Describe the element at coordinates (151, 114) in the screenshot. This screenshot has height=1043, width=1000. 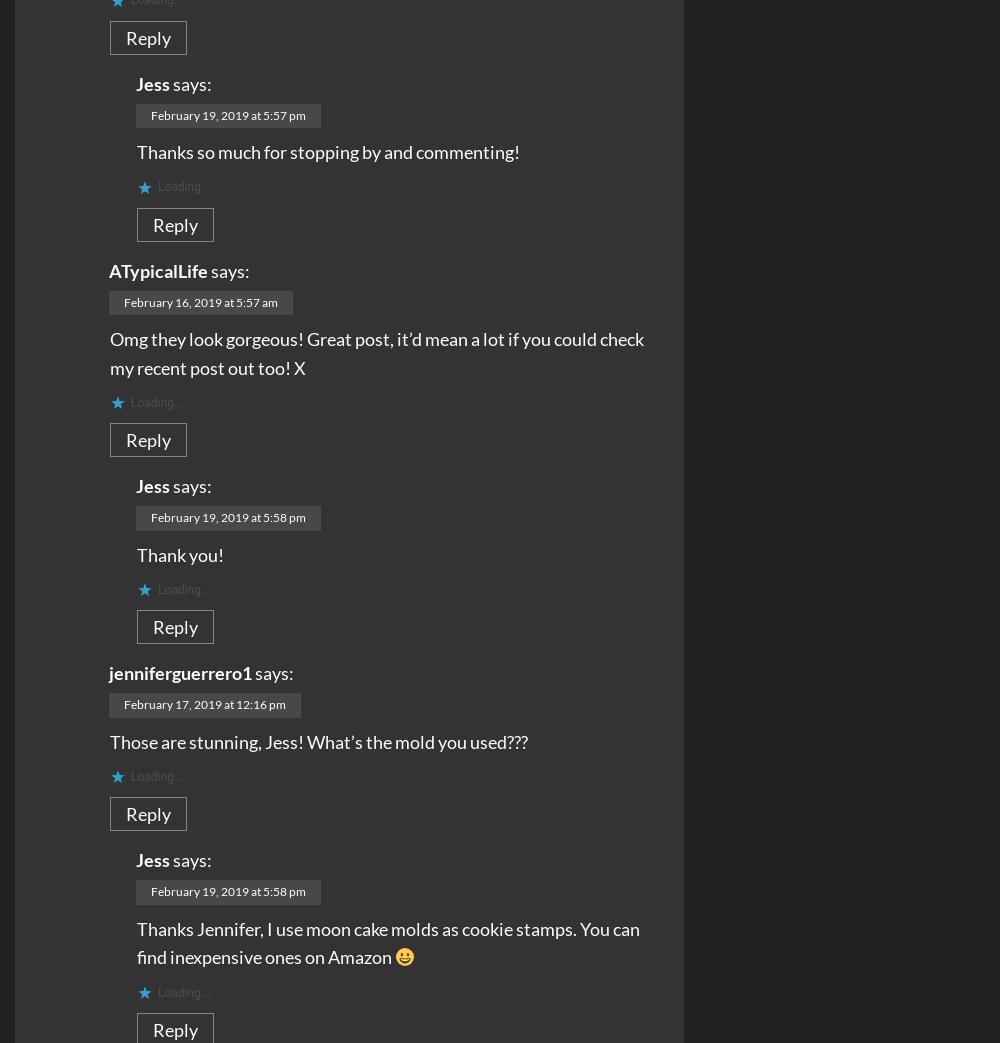
I see `'February 19, 2019 at 5:57 pm'` at that location.